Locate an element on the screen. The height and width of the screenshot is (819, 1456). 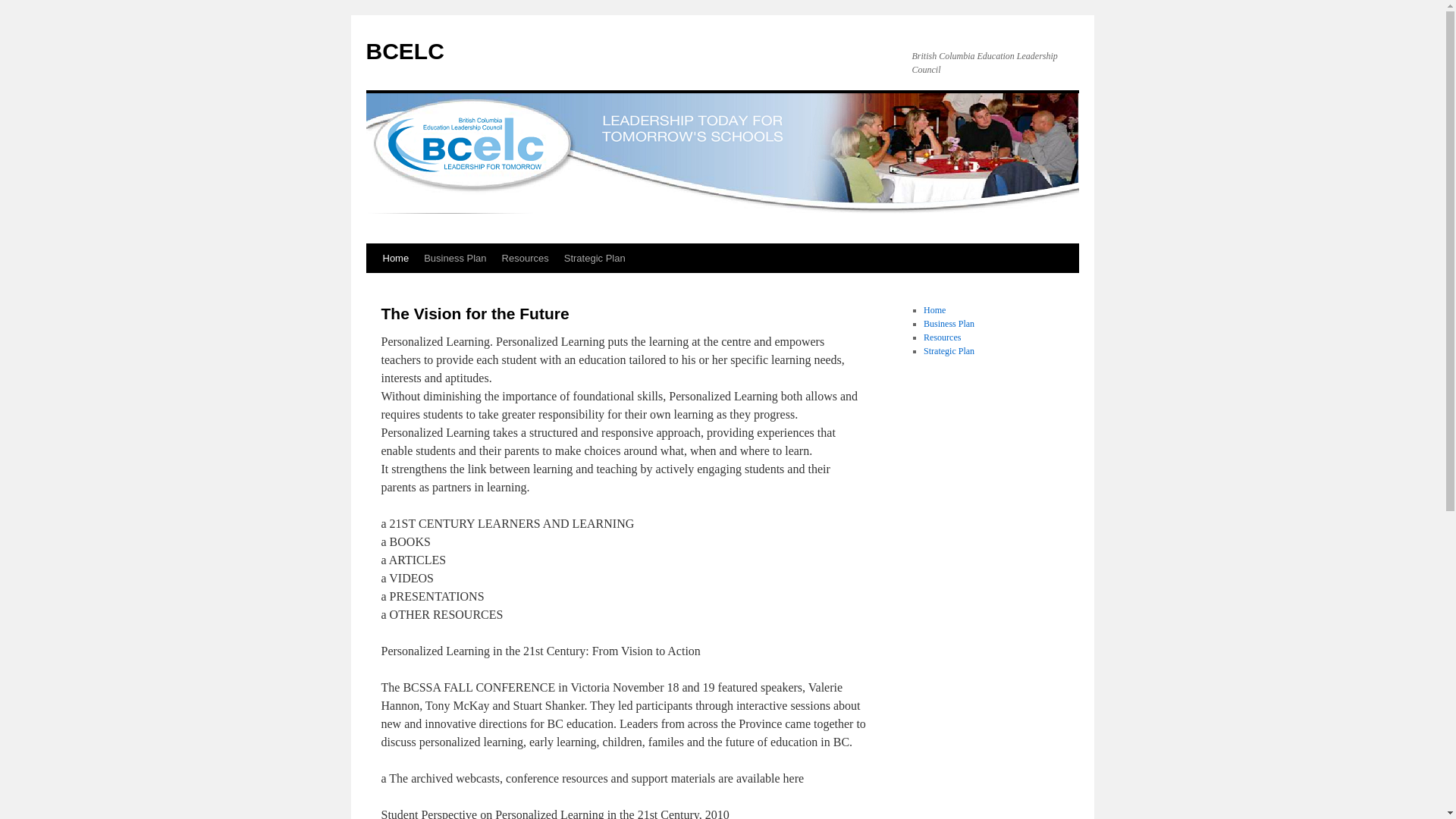
'Business Plan' is located at coordinates (416, 257).